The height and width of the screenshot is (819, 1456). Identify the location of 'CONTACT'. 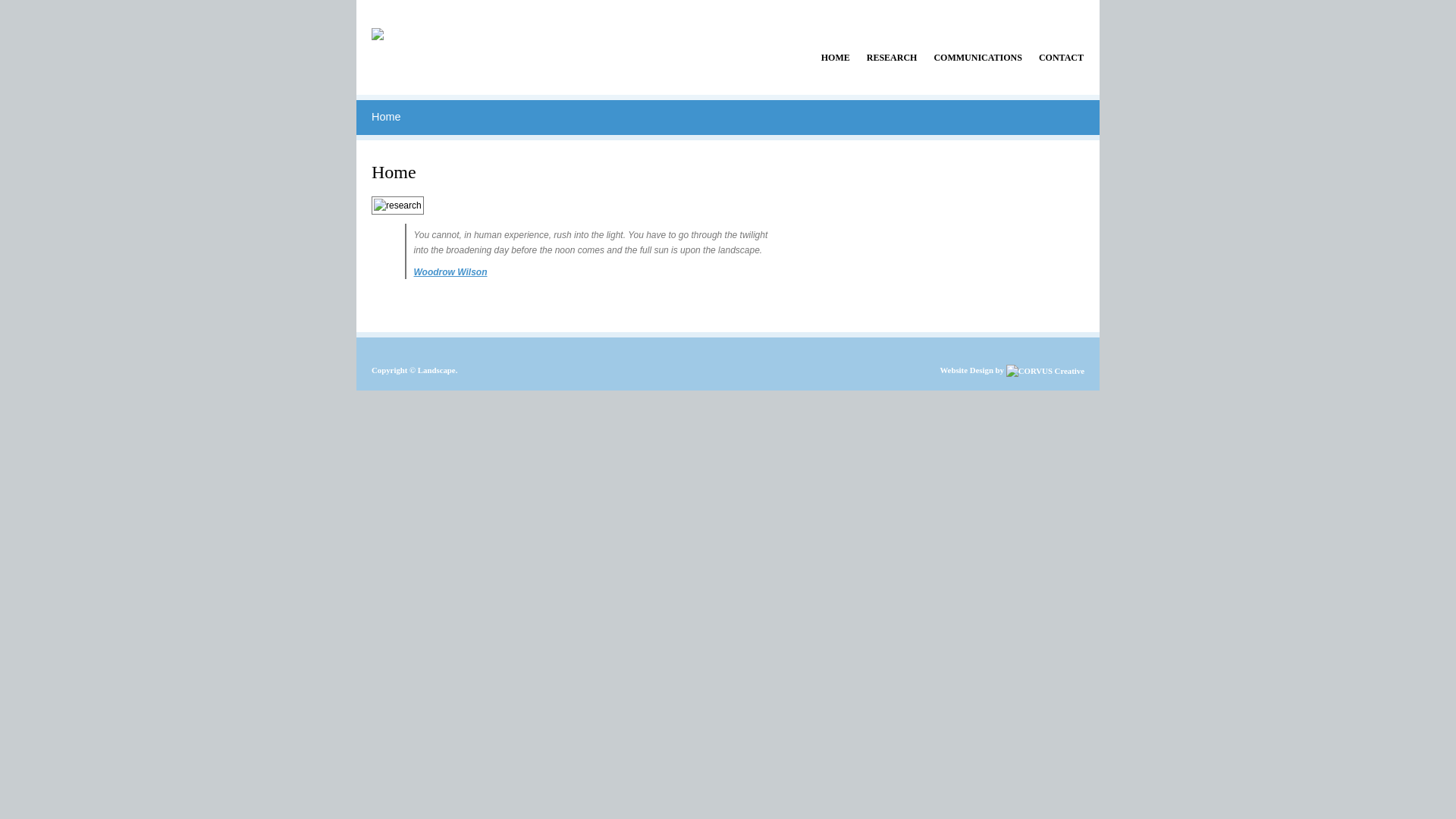
(1060, 57).